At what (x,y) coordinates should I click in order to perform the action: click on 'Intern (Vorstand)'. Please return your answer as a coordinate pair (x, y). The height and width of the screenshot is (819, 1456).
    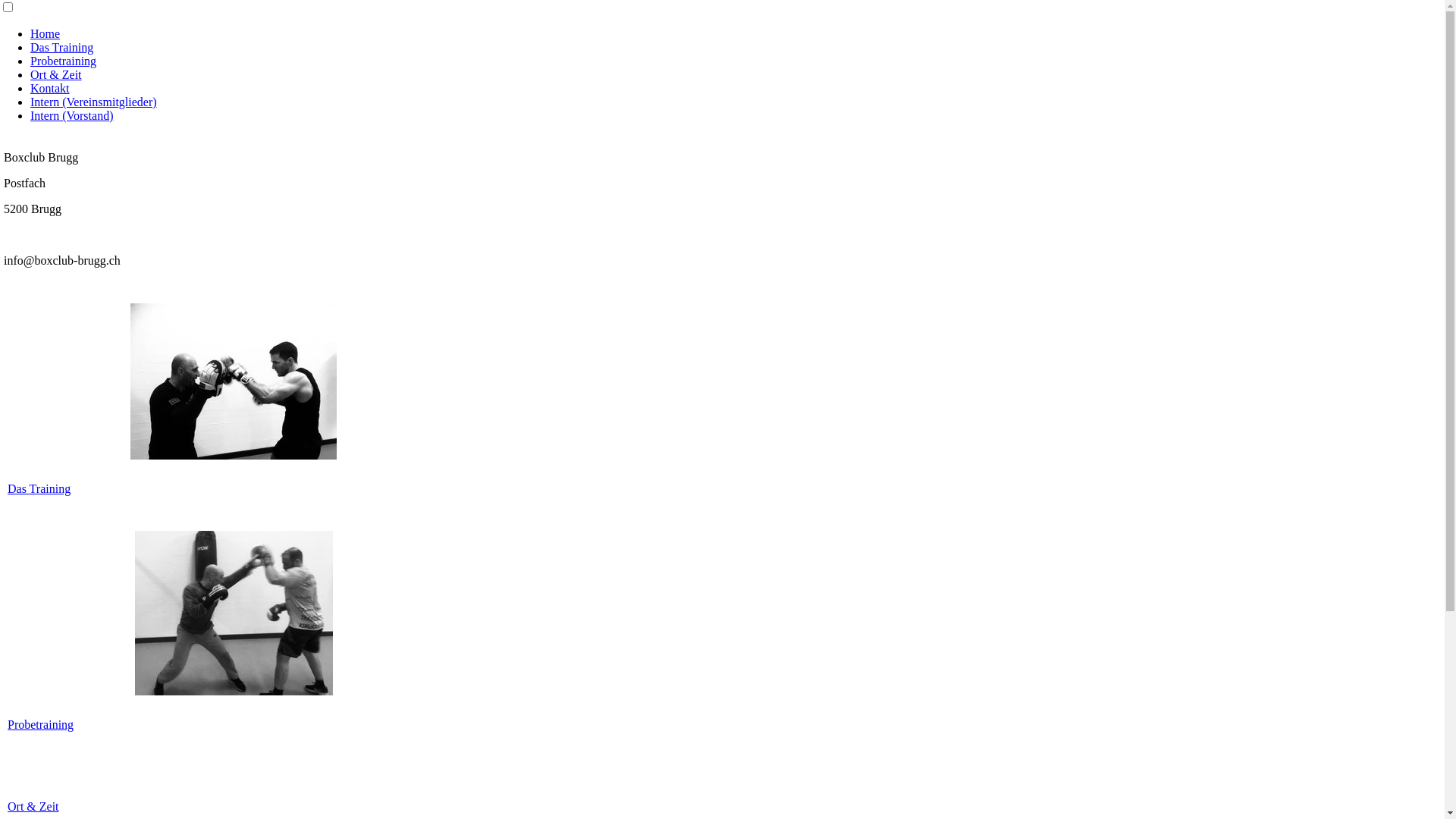
    Looking at the image, I should click on (71, 115).